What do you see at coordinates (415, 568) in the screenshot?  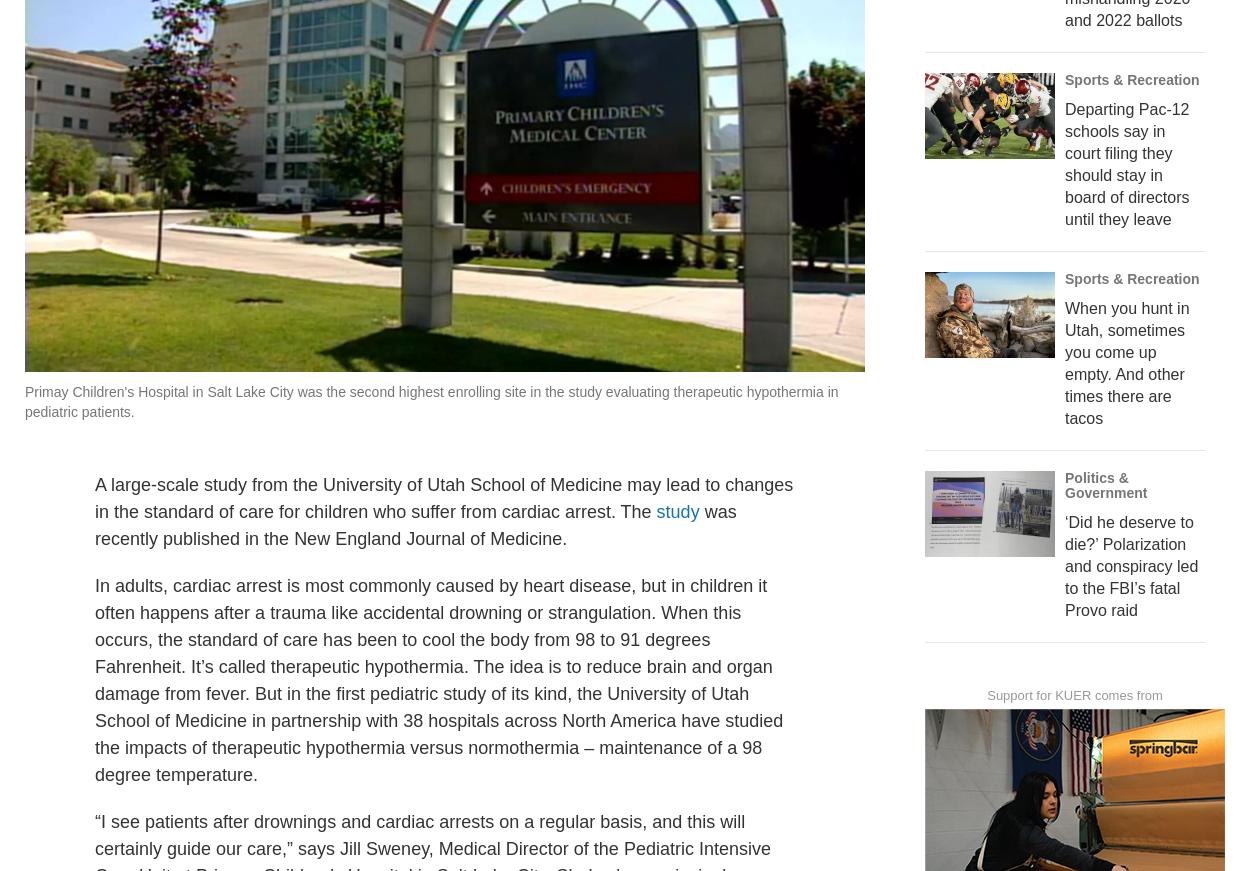 I see `'was recently published in the New England Journal of Medicine.'` at bounding box center [415, 568].